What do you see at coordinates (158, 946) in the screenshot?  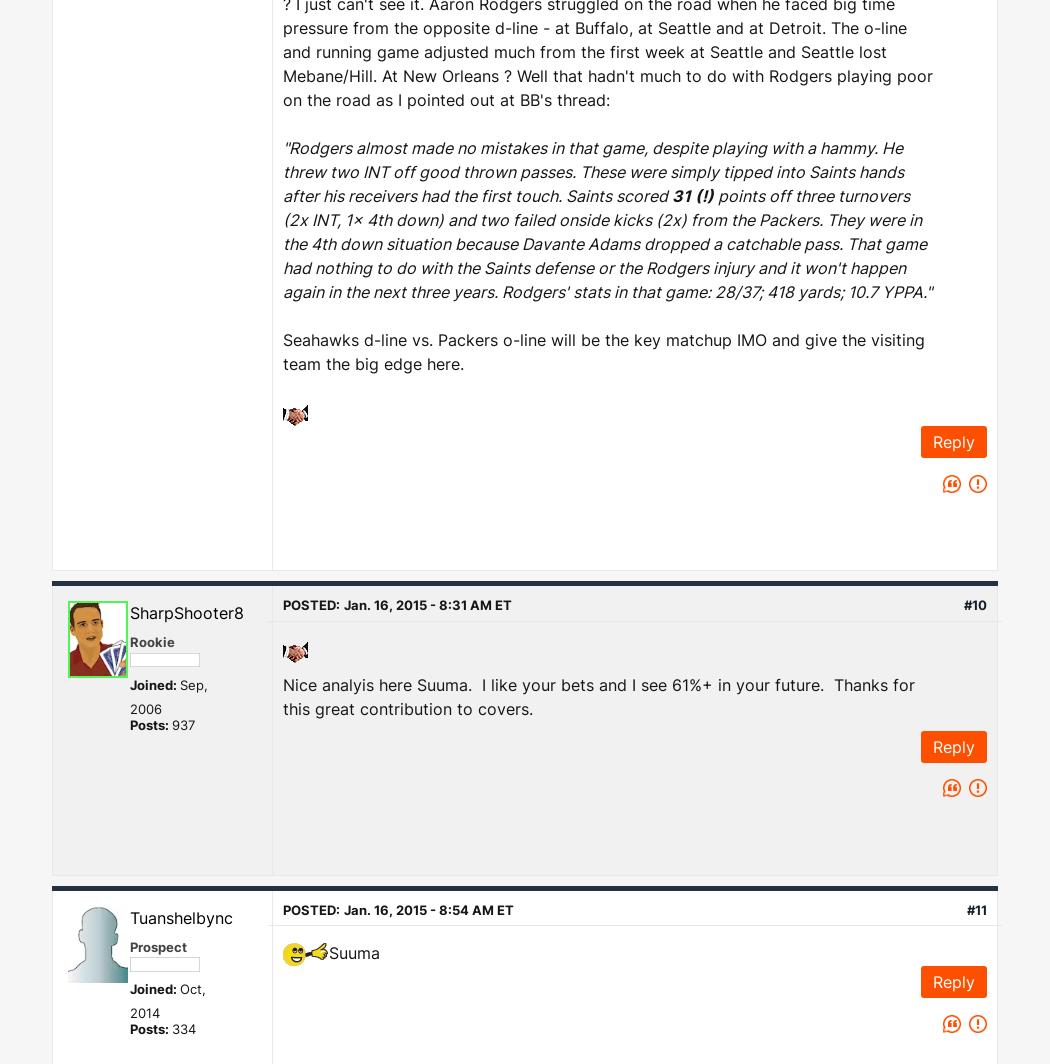 I see `'Prospect'` at bounding box center [158, 946].